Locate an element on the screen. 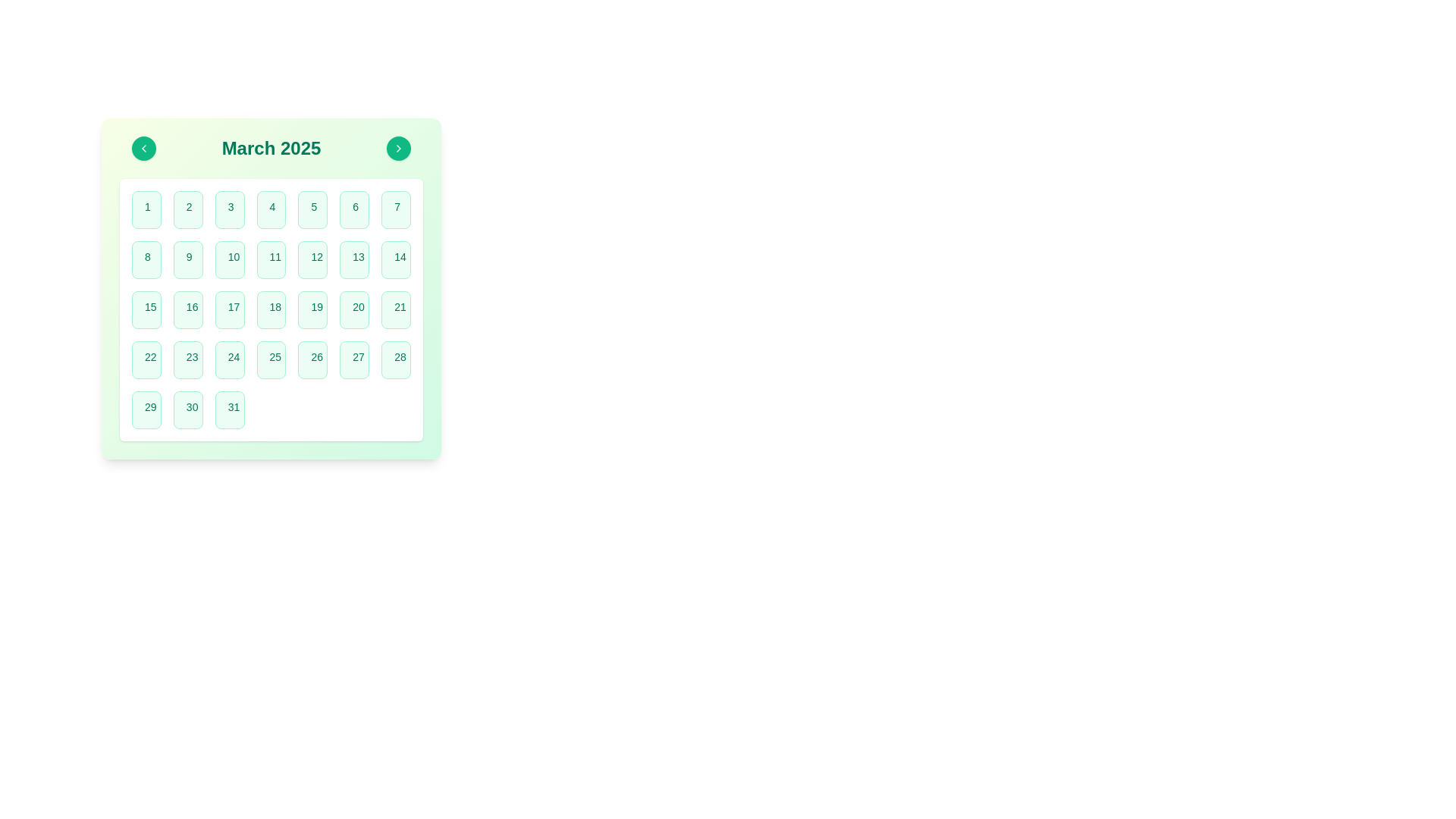 Image resolution: width=1456 pixels, height=819 pixels. the active green text element displaying the number '27' in the calendar's grid layout is located at coordinates (358, 356).